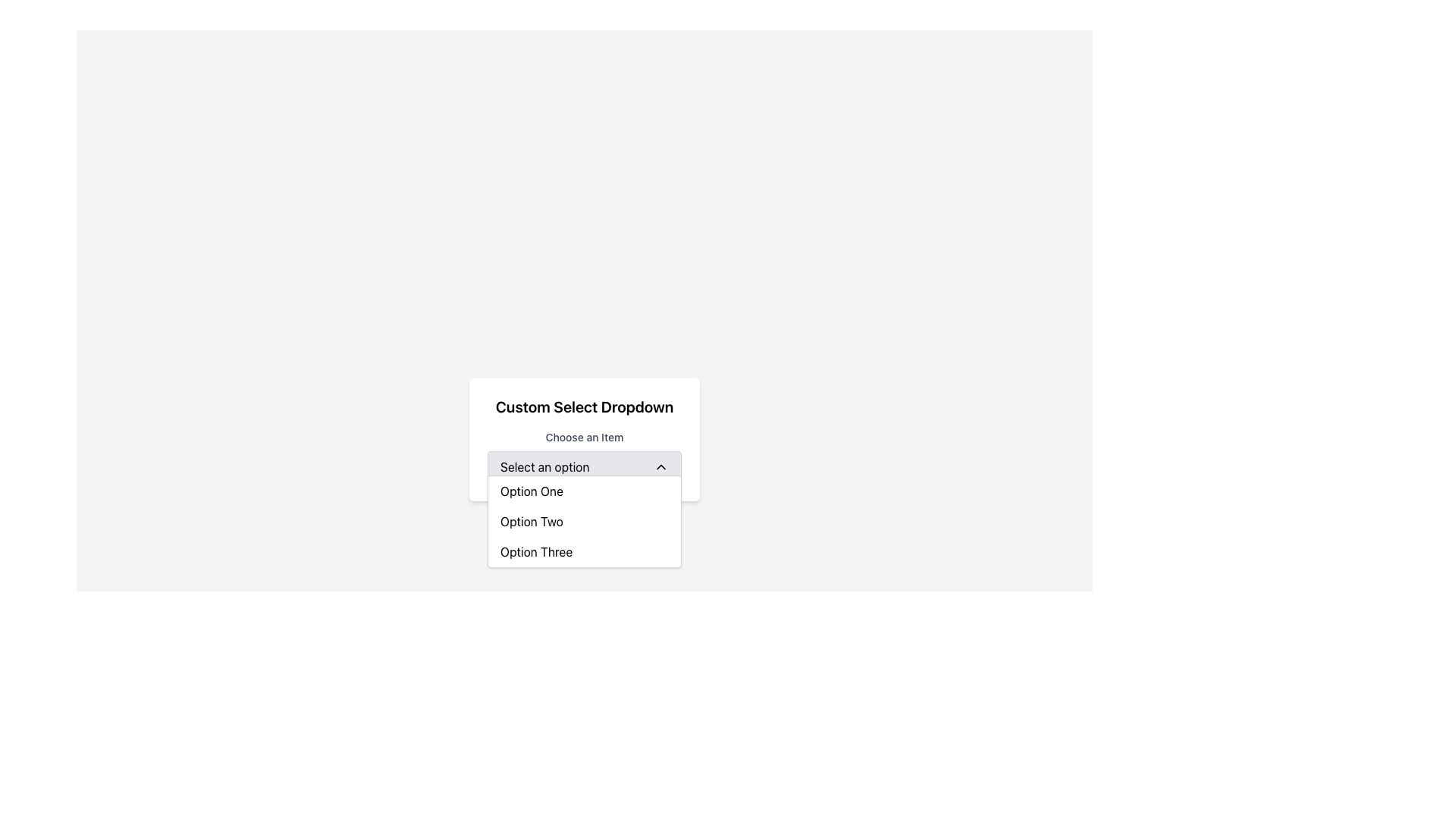 This screenshot has width=1456, height=819. What do you see at coordinates (584, 520) in the screenshot?
I see `the second option item in the dropdown menu labeled 'Option Two'` at bounding box center [584, 520].